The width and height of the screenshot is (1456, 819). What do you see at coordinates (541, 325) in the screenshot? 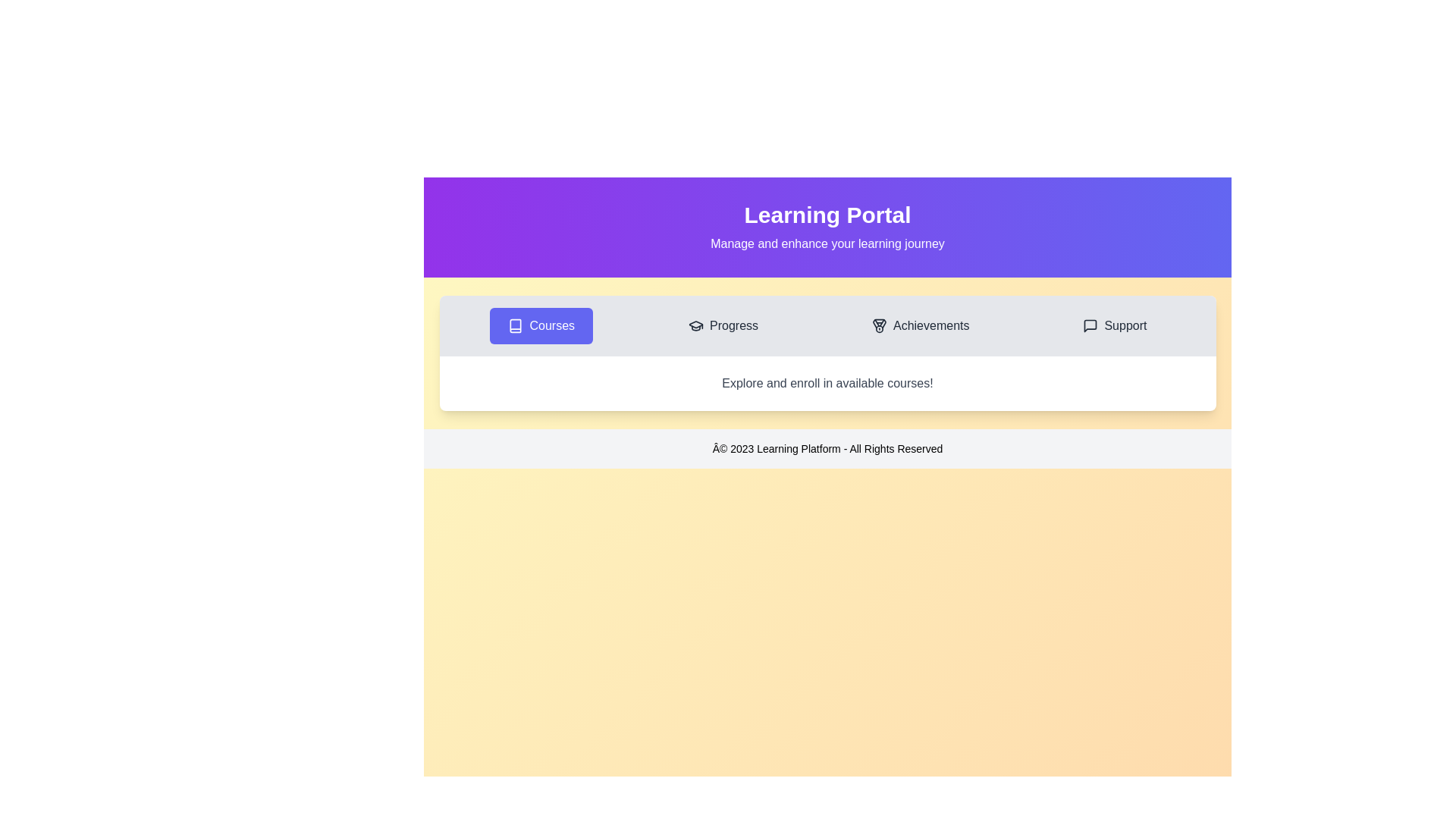
I see `the 'Courses' button, which is a rectangular indigo button with white text and a book icon, located at the top-left of the module section` at bounding box center [541, 325].